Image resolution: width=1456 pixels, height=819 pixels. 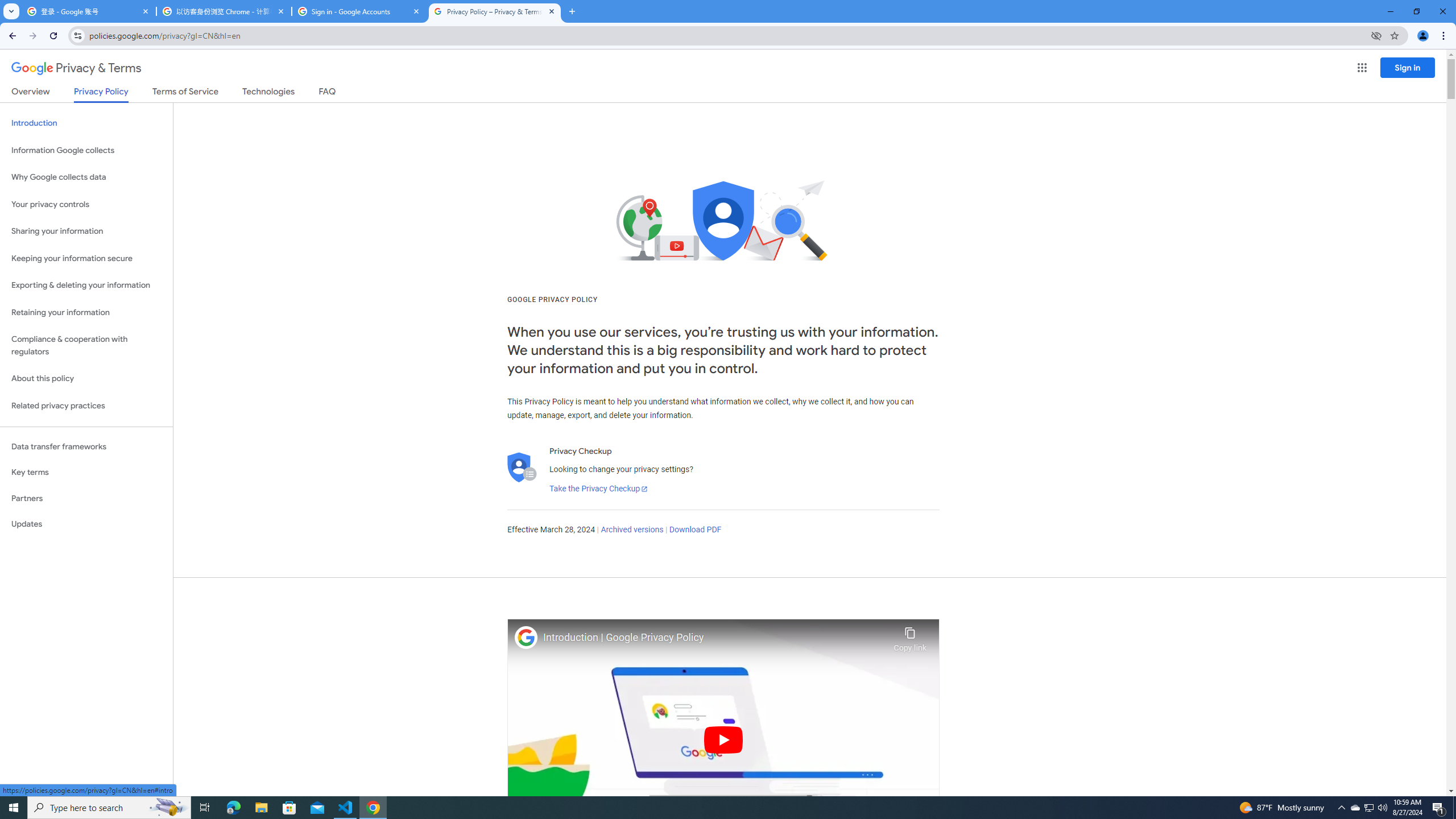 I want to click on 'Copy link', so click(x=909, y=636).